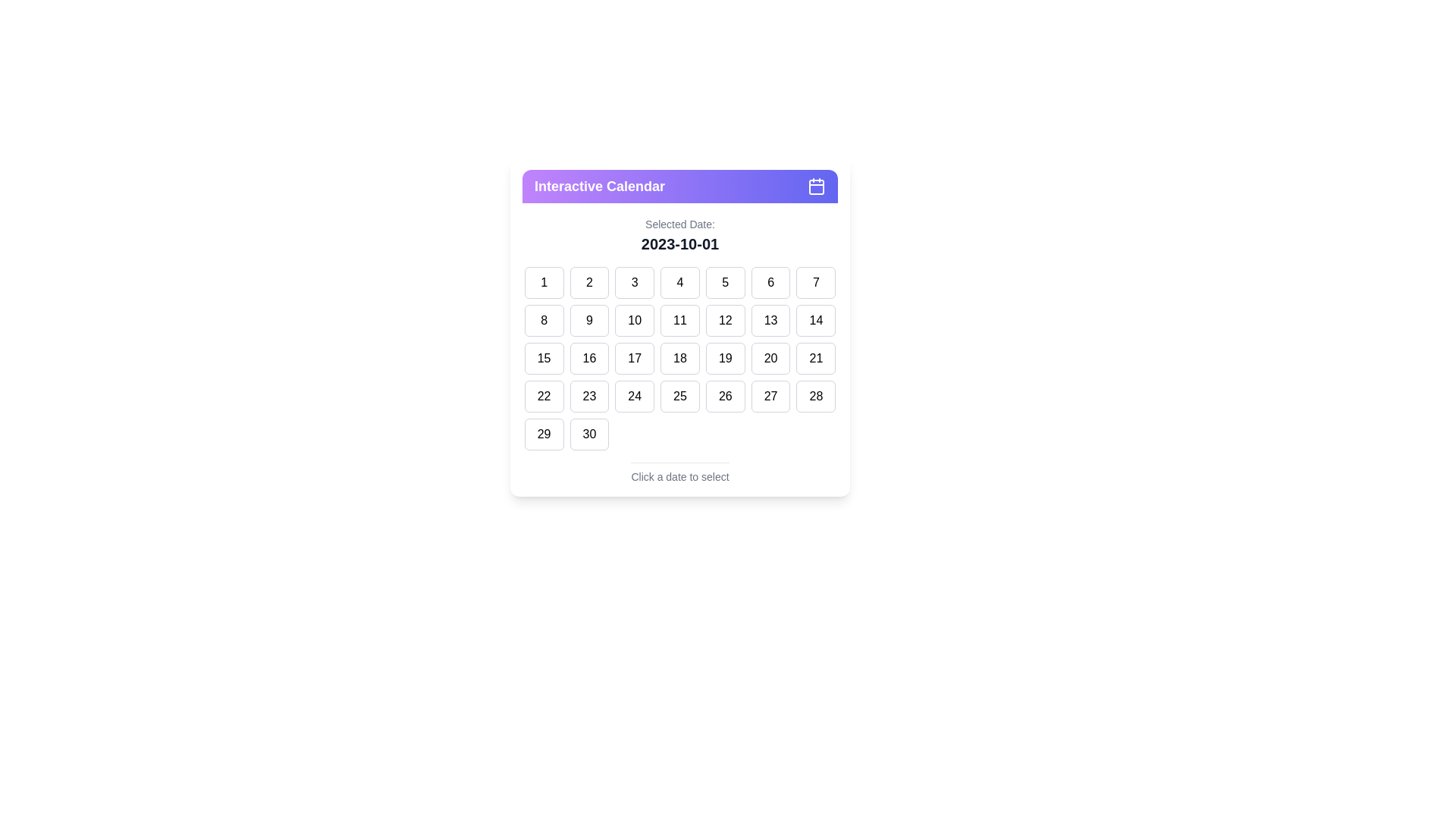  What do you see at coordinates (588, 320) in the screenshot?
I see `the date selector button corresponding to the number '9' in the calendar interface to change its appearance` at bounding box center [588, 320].